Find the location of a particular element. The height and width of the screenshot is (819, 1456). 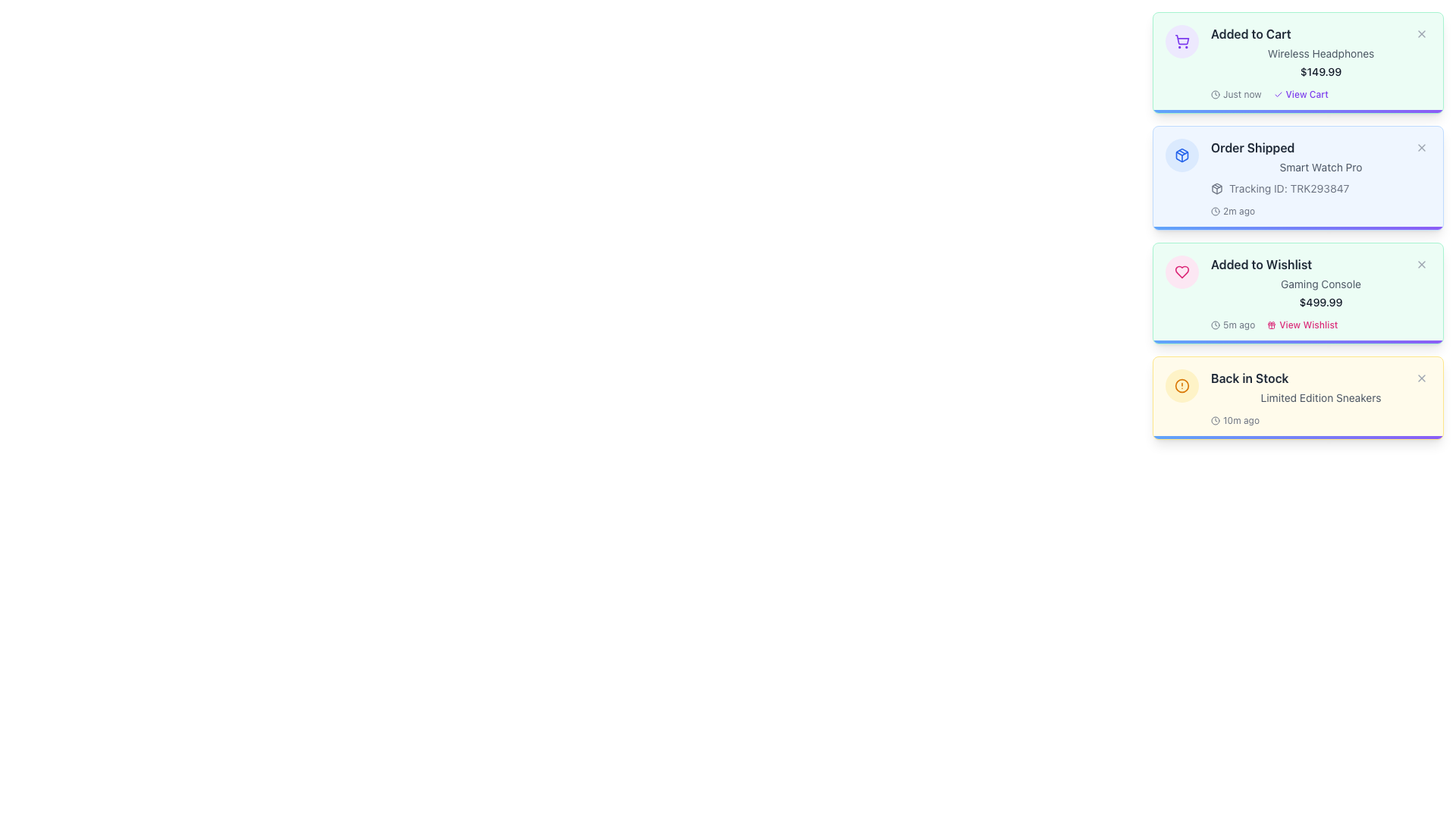

the 'View Wishlist' button located in the 'Added to Wishlist' section is located at coordinates (1301, 324).